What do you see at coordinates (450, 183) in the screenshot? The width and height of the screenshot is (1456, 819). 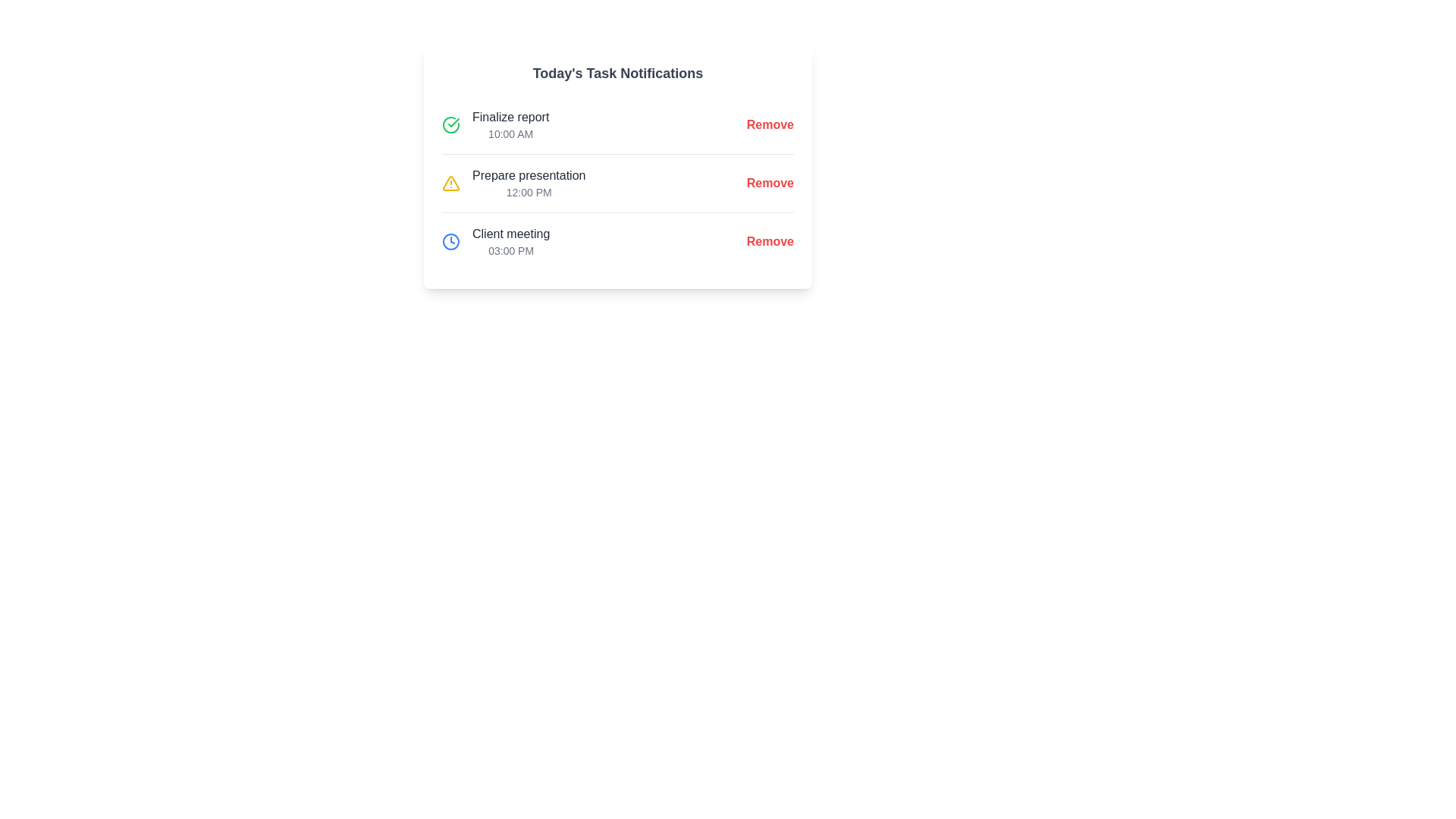 I see `the warning icon located to the left of the 'Prepare presentation' text, vertically aligned with the '12:00 PM' time label in the task notifications list` at bounding box center [450, 183].